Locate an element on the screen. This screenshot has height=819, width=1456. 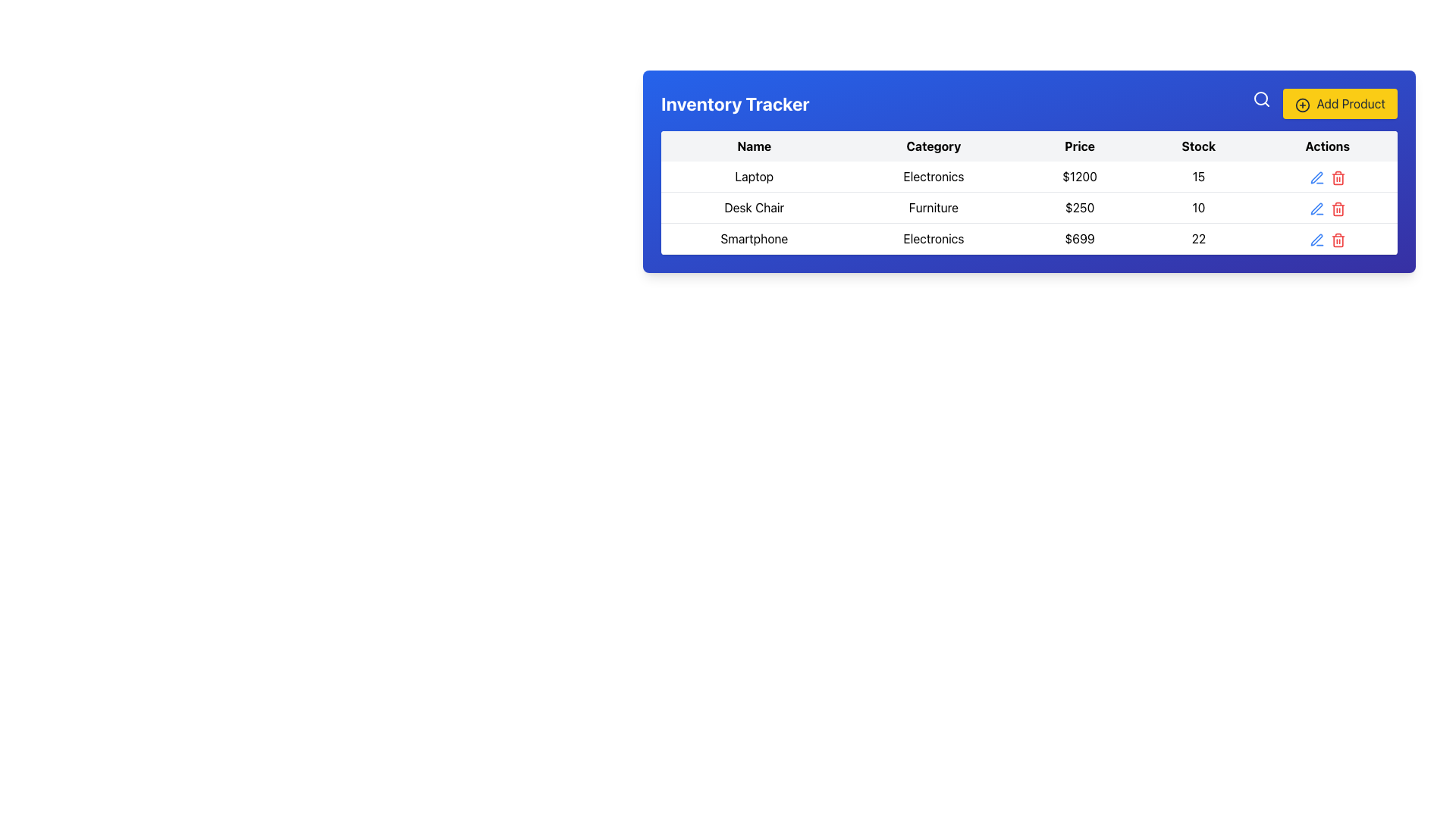
the edit icon (pen icon) in the 'Actions' column of the second row to modify the 'Desk Chair' entry is located at coordinates (1316, 177).